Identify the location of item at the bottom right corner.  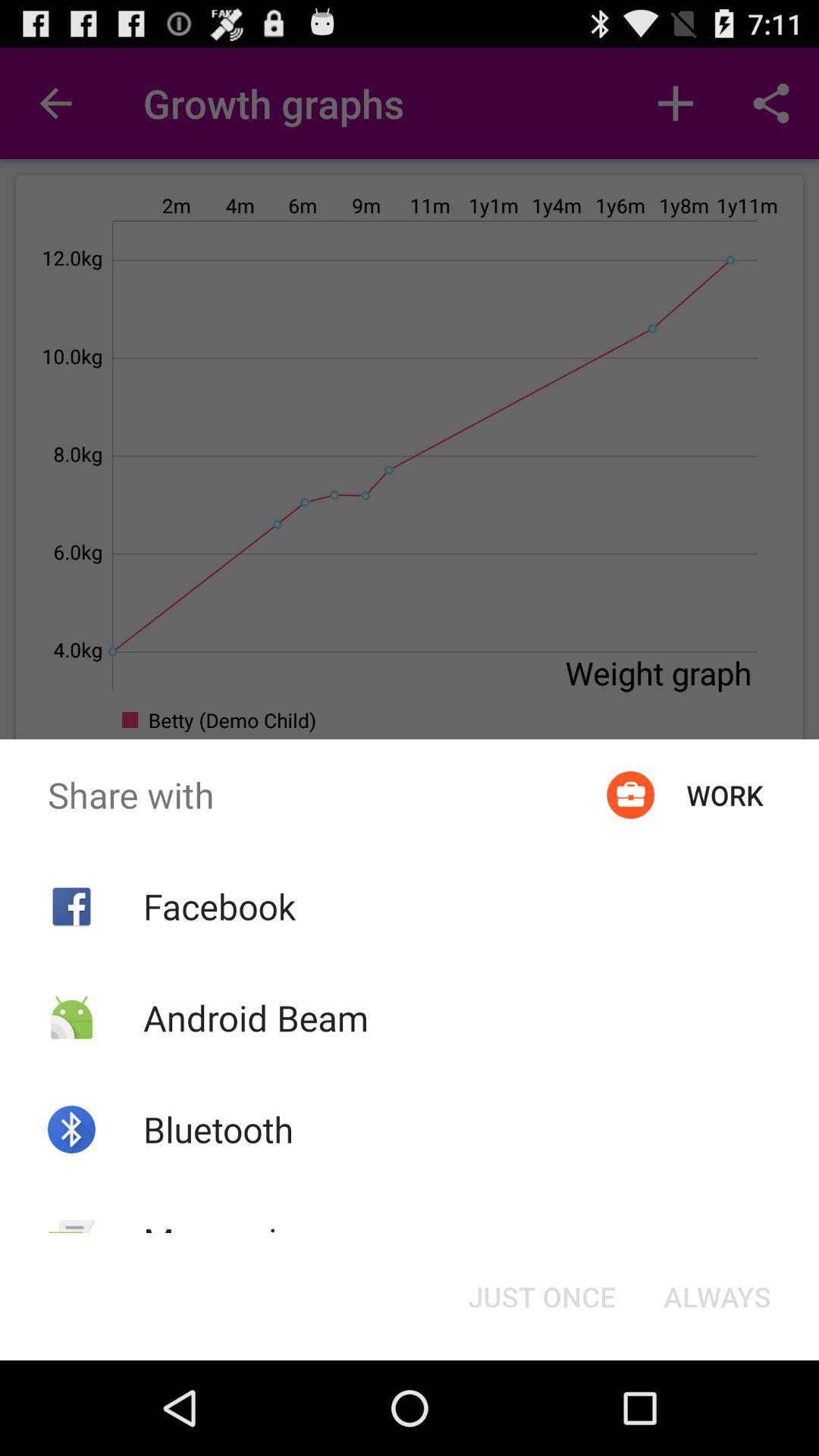
(717, 1295).